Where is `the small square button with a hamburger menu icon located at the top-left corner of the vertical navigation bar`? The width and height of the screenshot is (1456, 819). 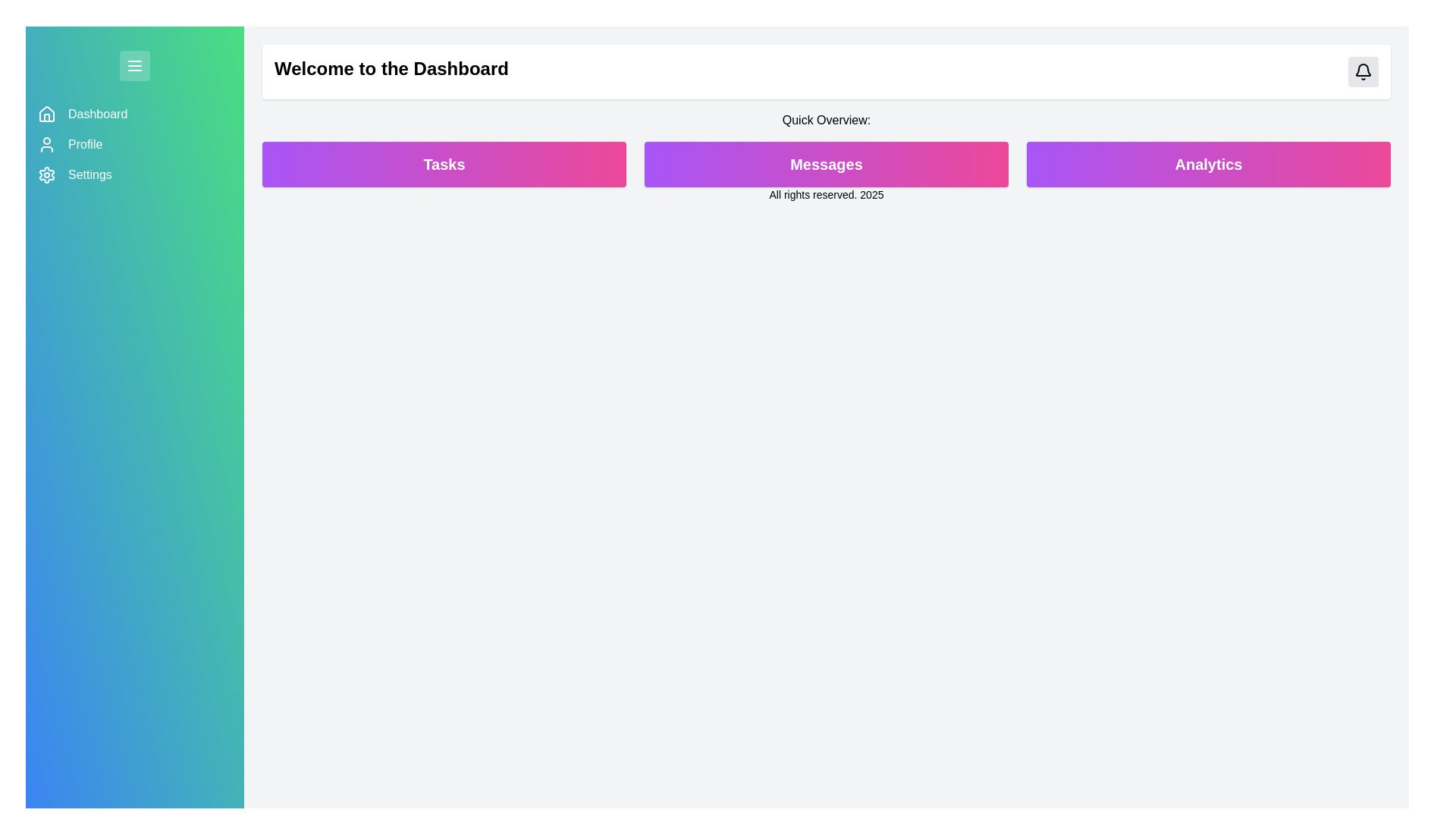
the small square button with a hamburger menu icon located at the top-left corner of the vertical navigation bar is located at coordinates (134, 65).